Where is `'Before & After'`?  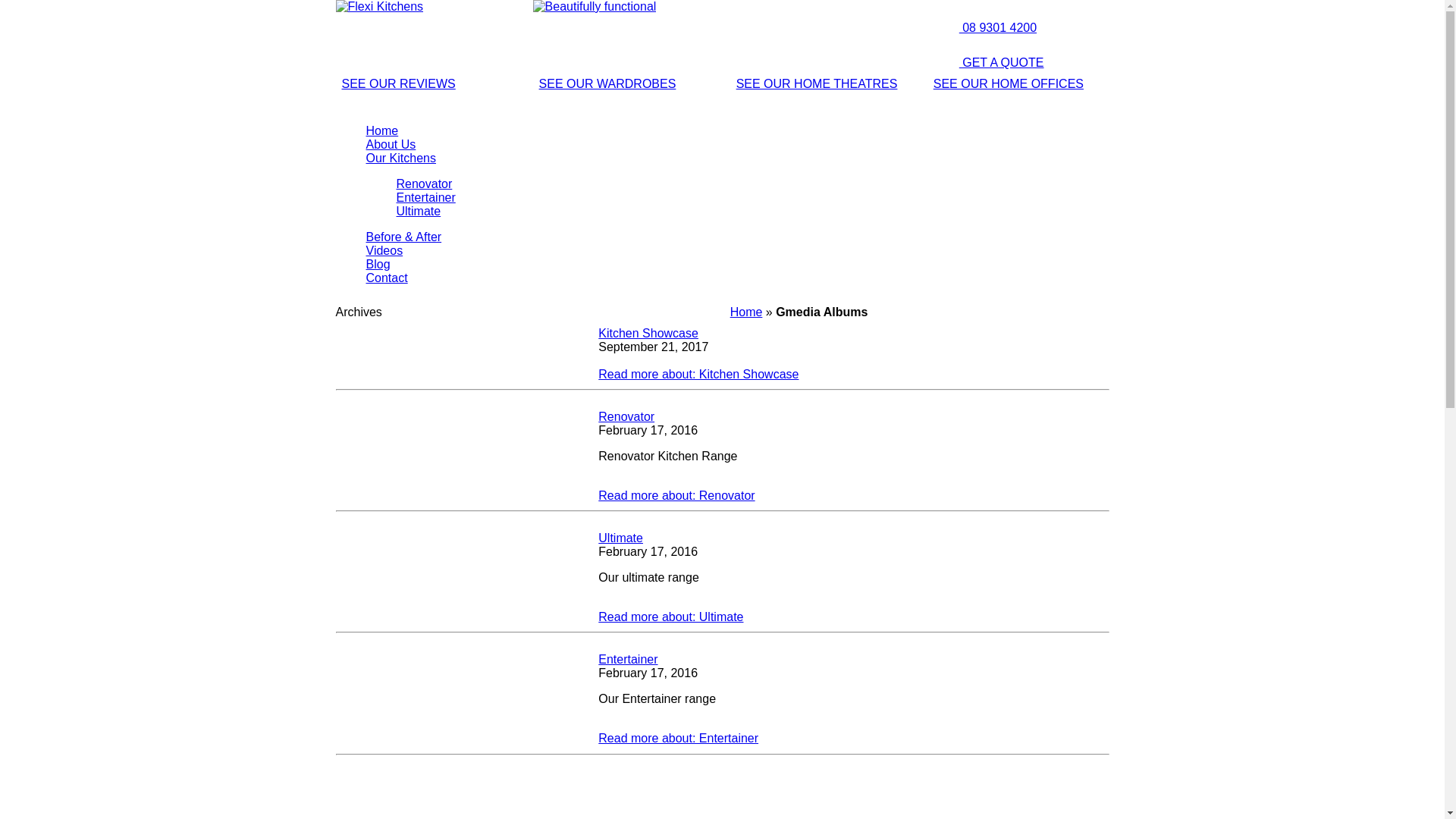 'Before & After' is located at coordinates (365, 237).